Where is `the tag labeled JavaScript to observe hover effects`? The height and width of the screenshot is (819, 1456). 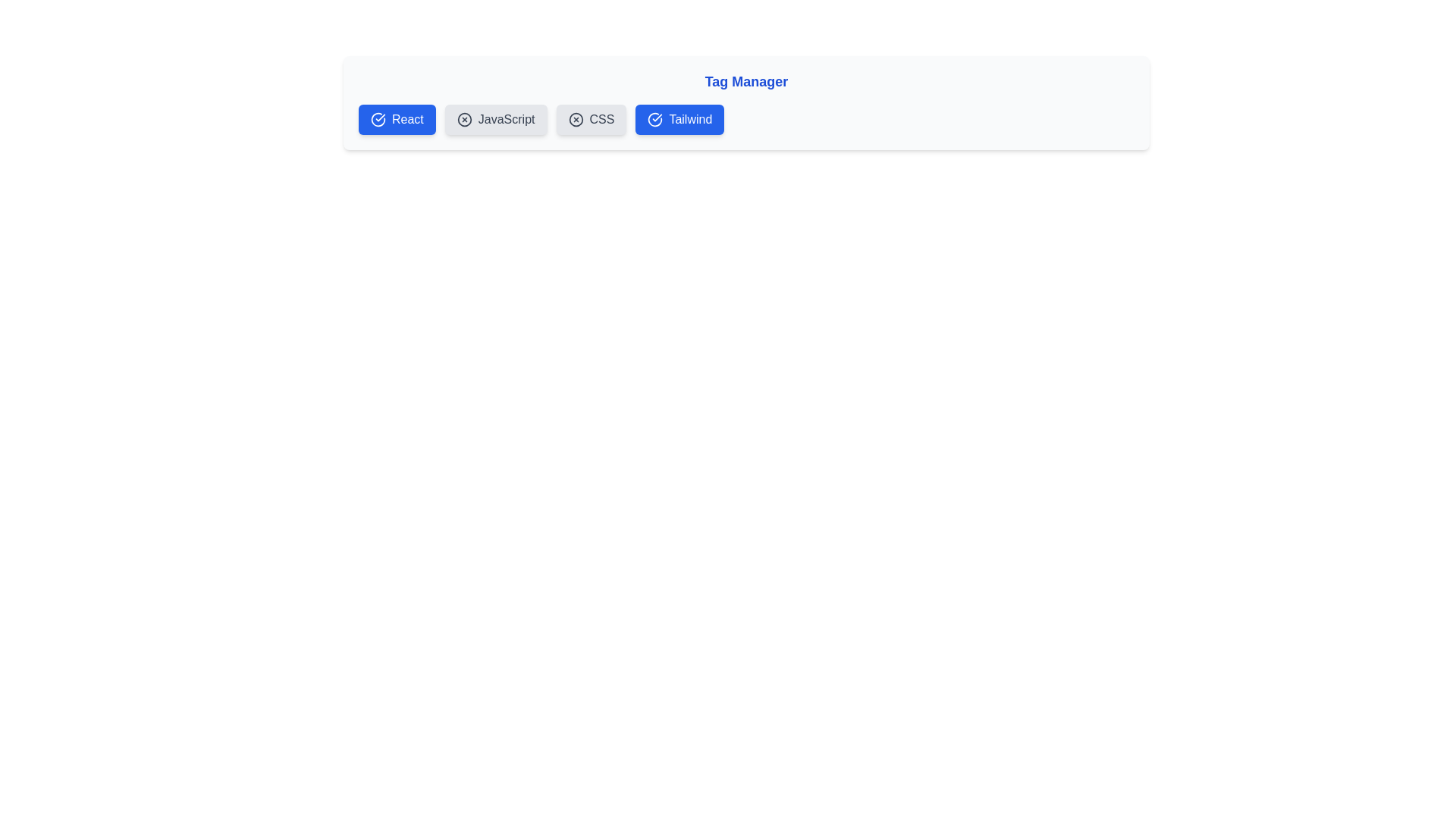
the tag labeled JavaScript to observe hover effects is located at coordinates (496, 119).